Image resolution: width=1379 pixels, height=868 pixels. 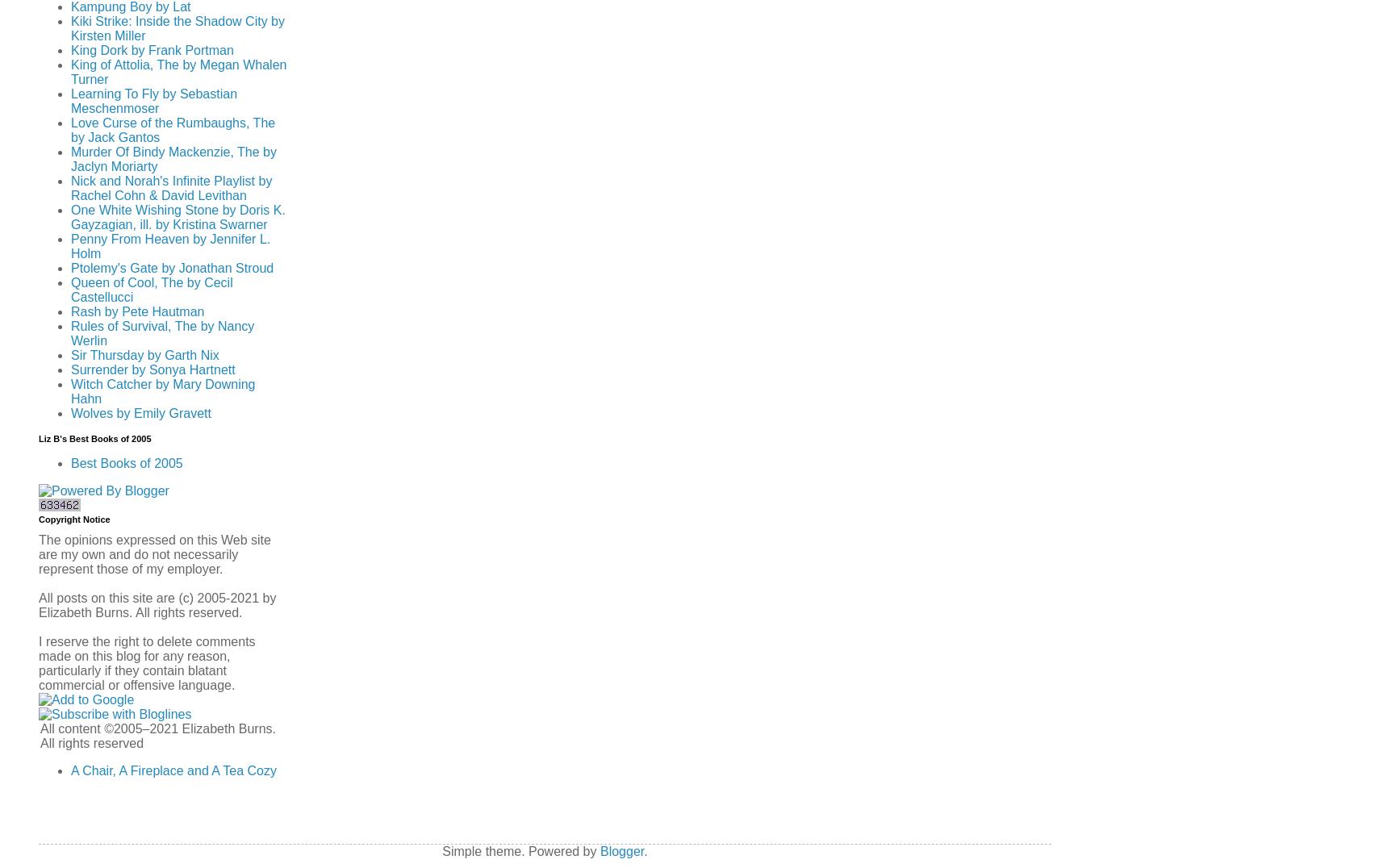 I want to click on 'Kampung Boy by Lat', so click(x=130, y=6).